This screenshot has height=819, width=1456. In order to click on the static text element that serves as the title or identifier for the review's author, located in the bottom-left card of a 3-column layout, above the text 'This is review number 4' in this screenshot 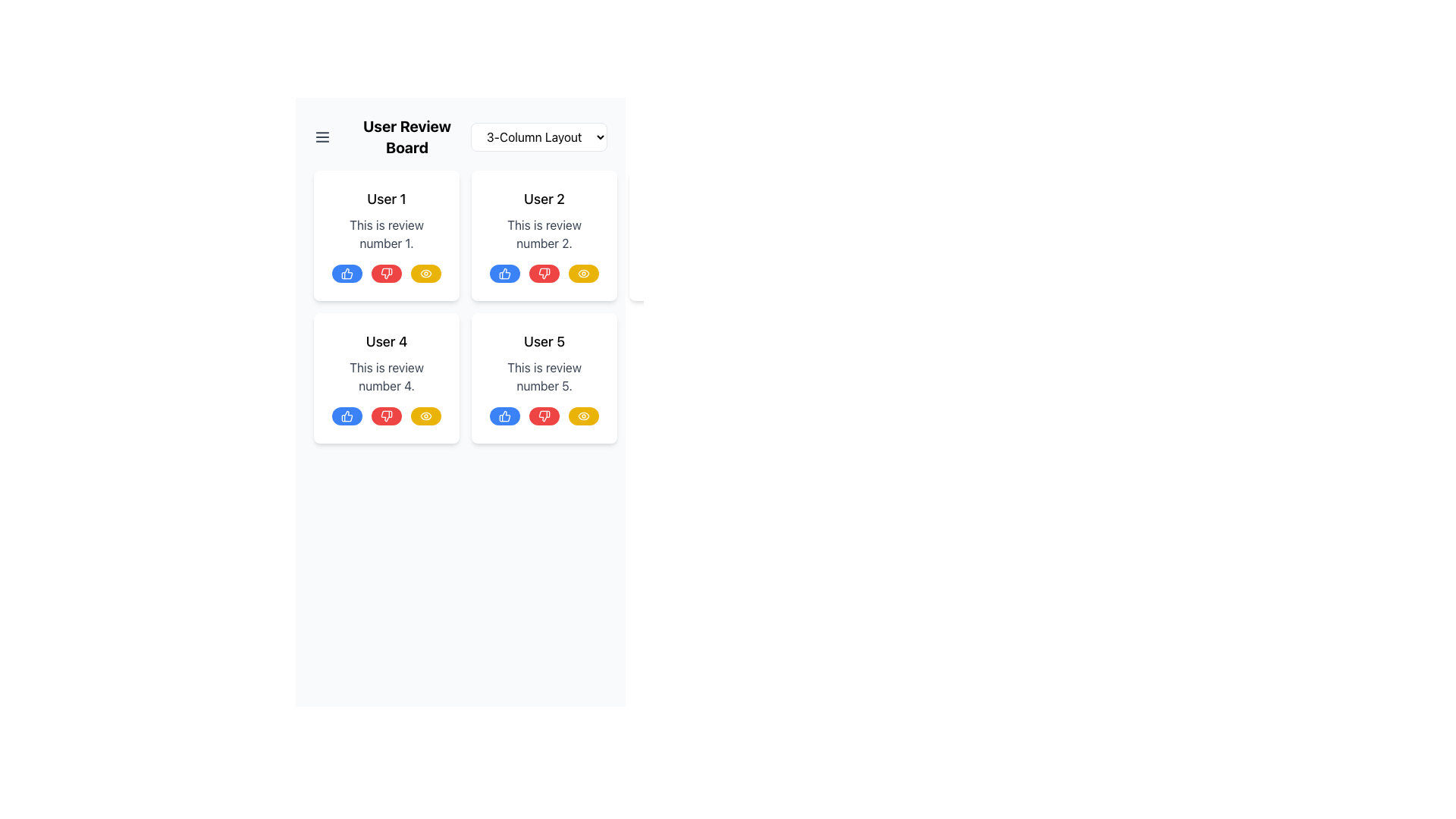, I will do `click(386, 342)`.